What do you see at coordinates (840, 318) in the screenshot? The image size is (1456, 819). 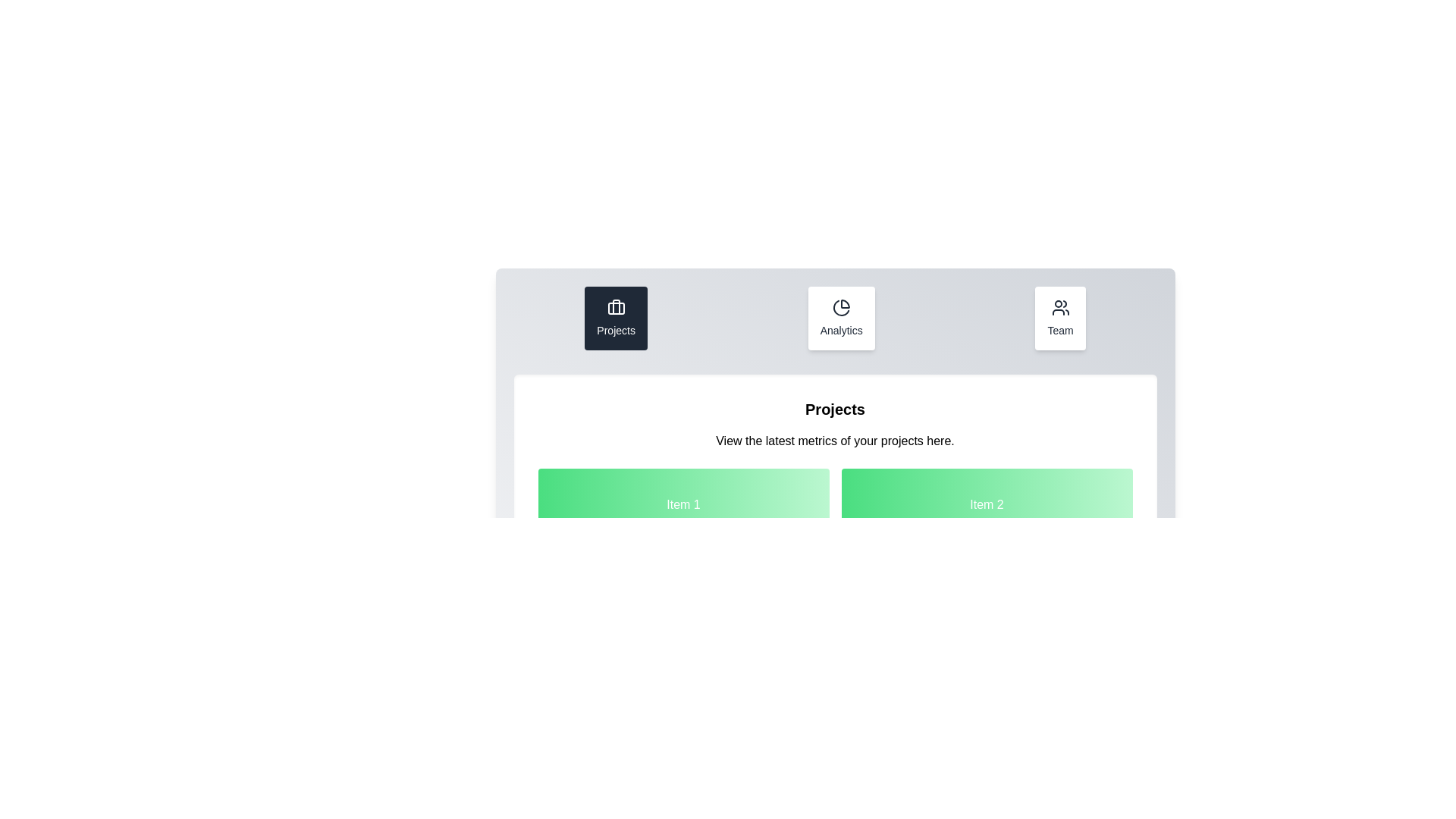 I see `the tab named Analytics` at bounding box center [840, 318].